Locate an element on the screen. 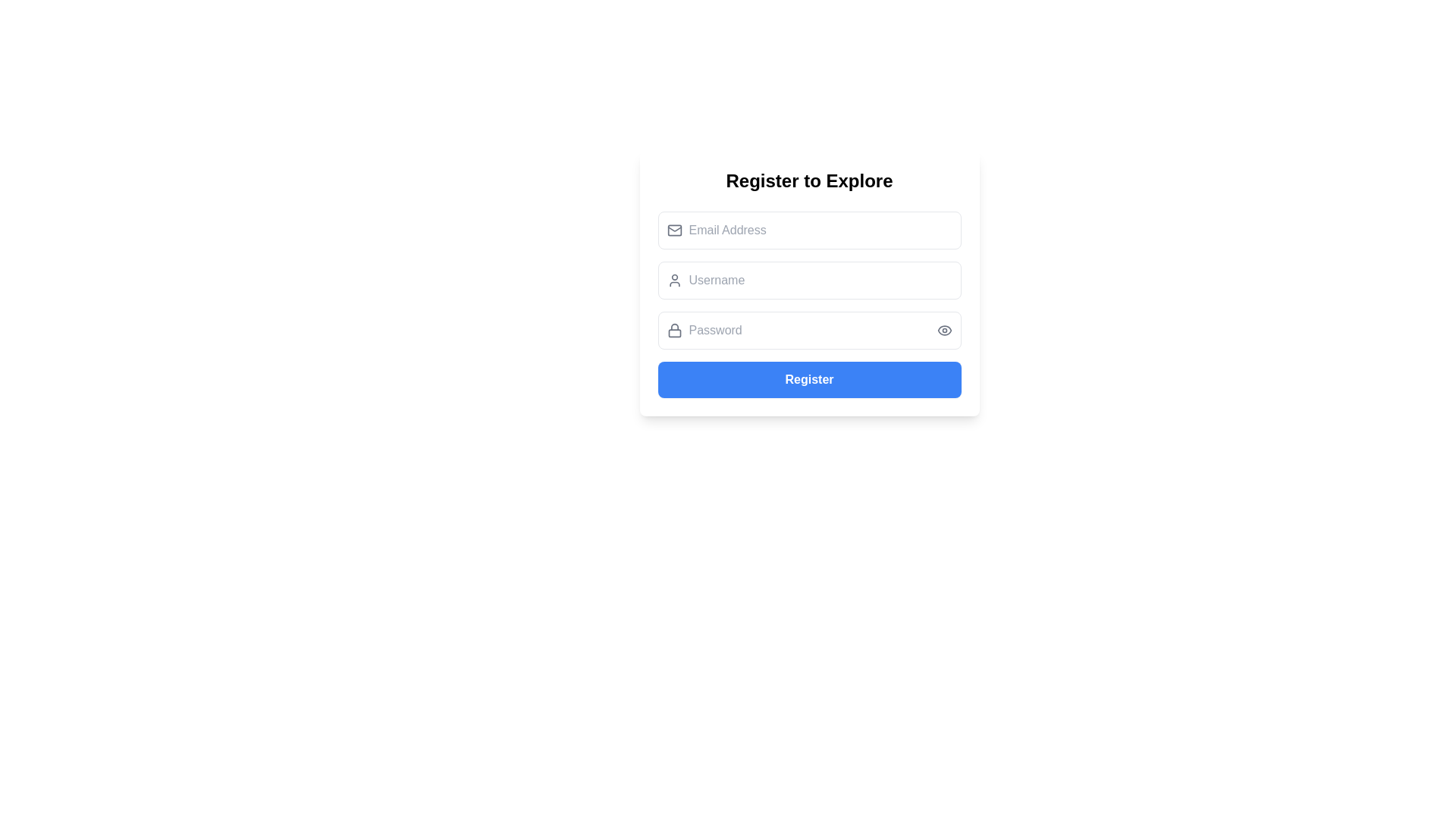 The height and width of the screenshot is (819, 1456). the password graphical icon located to the left of the password input field in the registration form, which indicates the security aspect of the input is located at coordinates (673, 329).